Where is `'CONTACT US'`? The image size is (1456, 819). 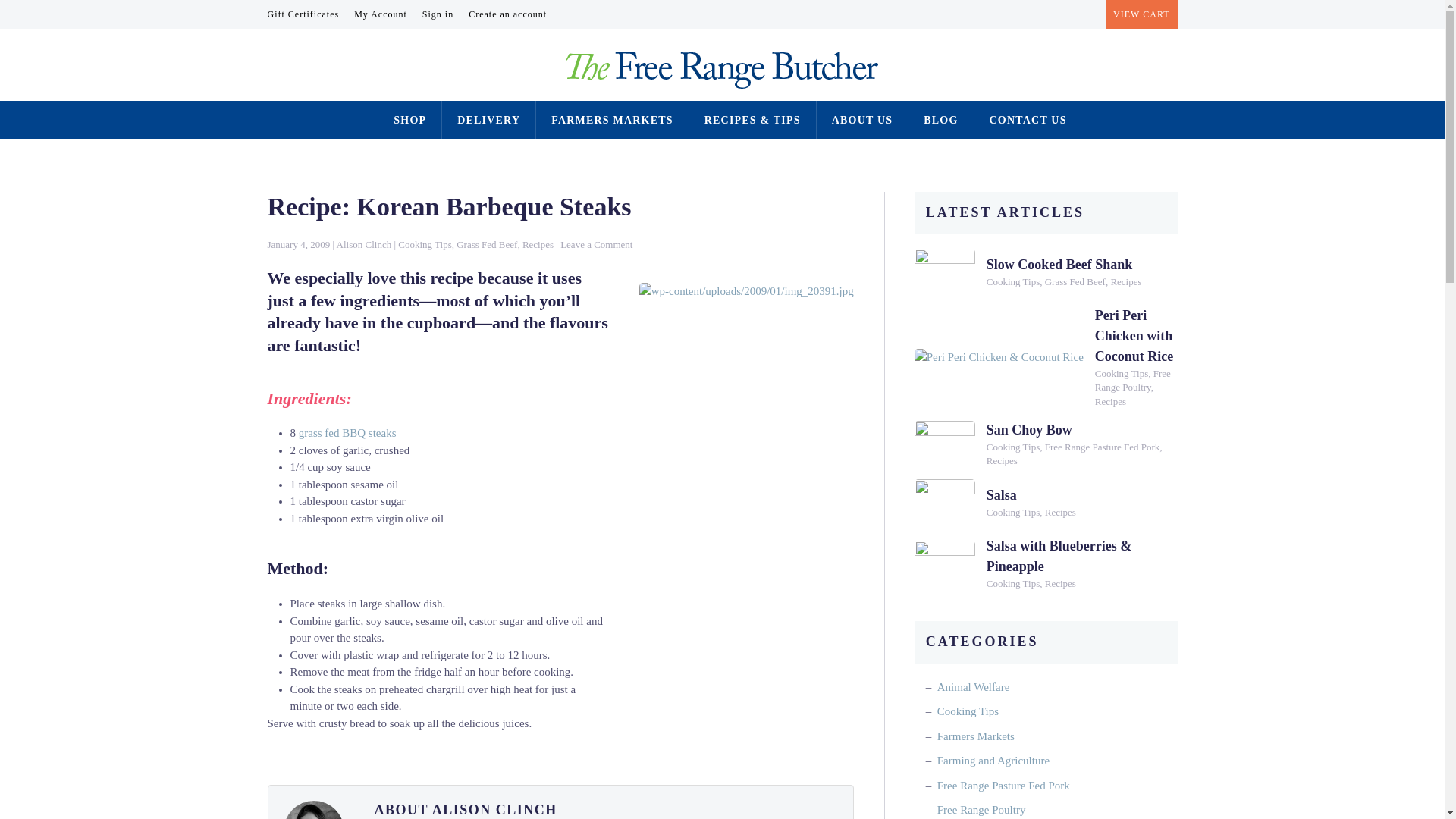
'CONTACT US' is located at coordinates (1028, 119).